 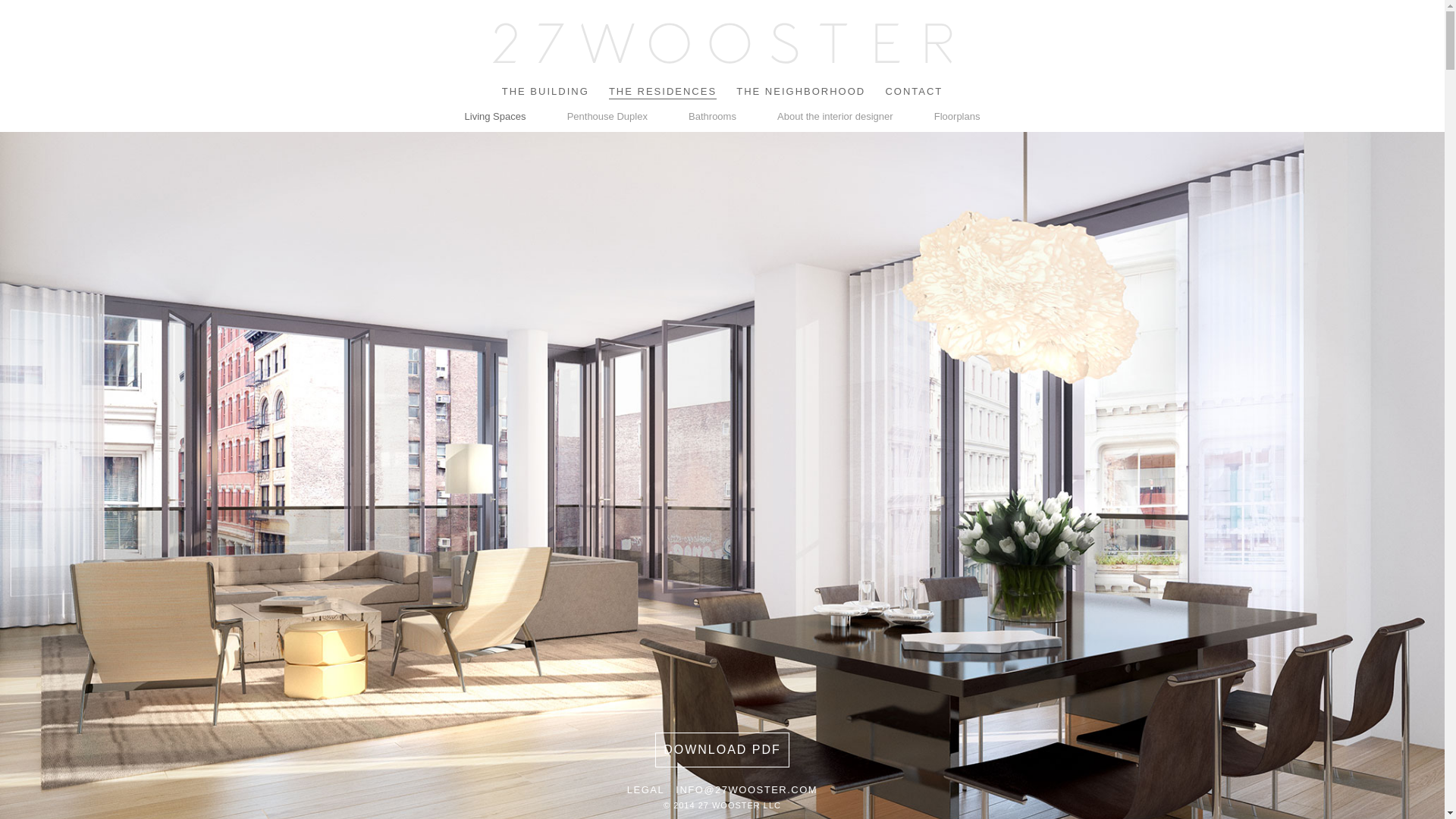 What do you see at coordinates (956, 115) in the screenshot?
I see `'Floorplans'` at bounding box center [956, 115].